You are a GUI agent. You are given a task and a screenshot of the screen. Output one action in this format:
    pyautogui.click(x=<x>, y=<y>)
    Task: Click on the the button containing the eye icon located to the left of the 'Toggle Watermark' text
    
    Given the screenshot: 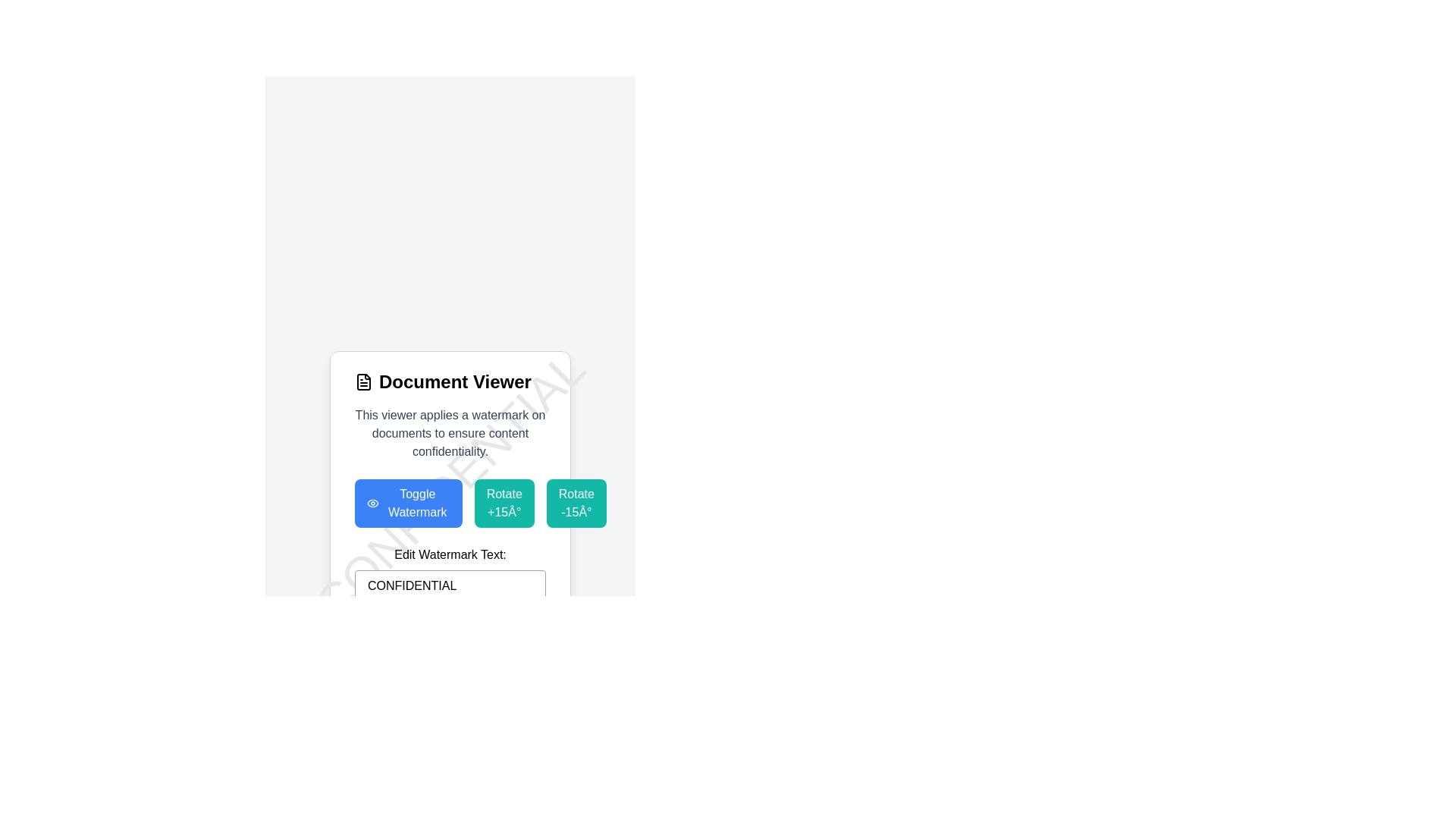 What is the action you would take?
    pyautogui.click(x=372, y=503)
    